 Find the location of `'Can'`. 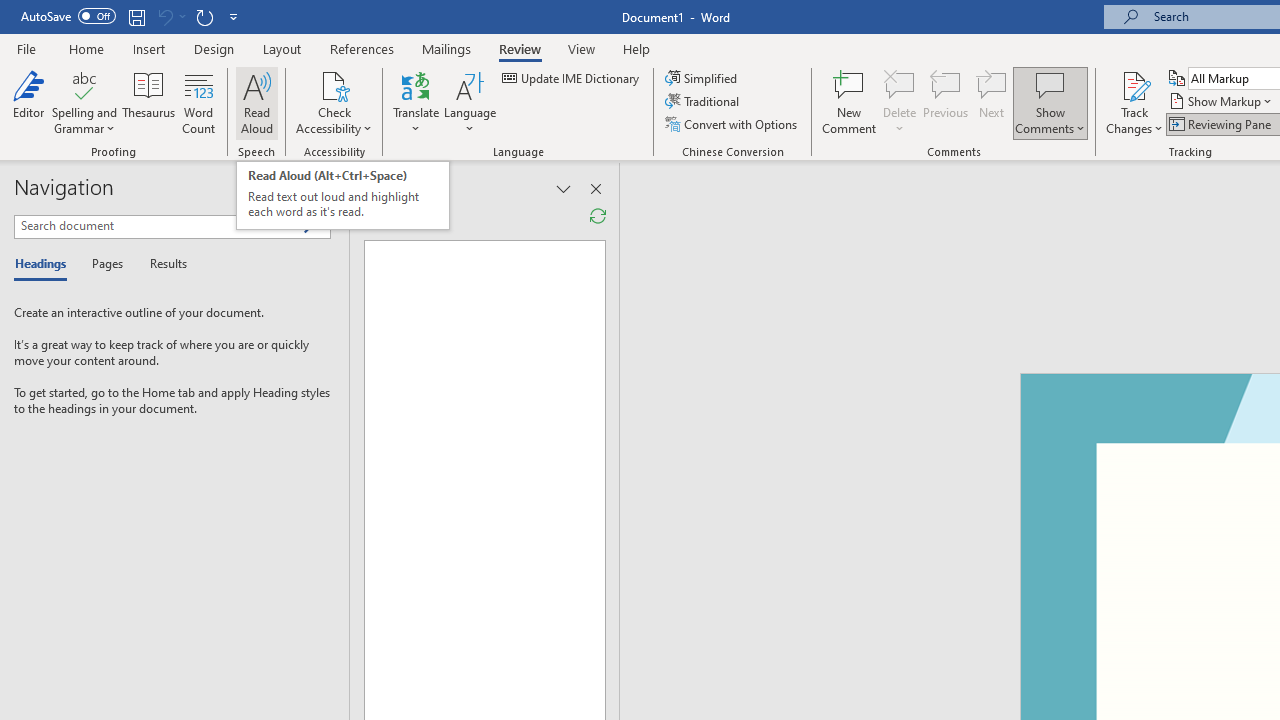

'Can' is located at coordinates (164, 16).